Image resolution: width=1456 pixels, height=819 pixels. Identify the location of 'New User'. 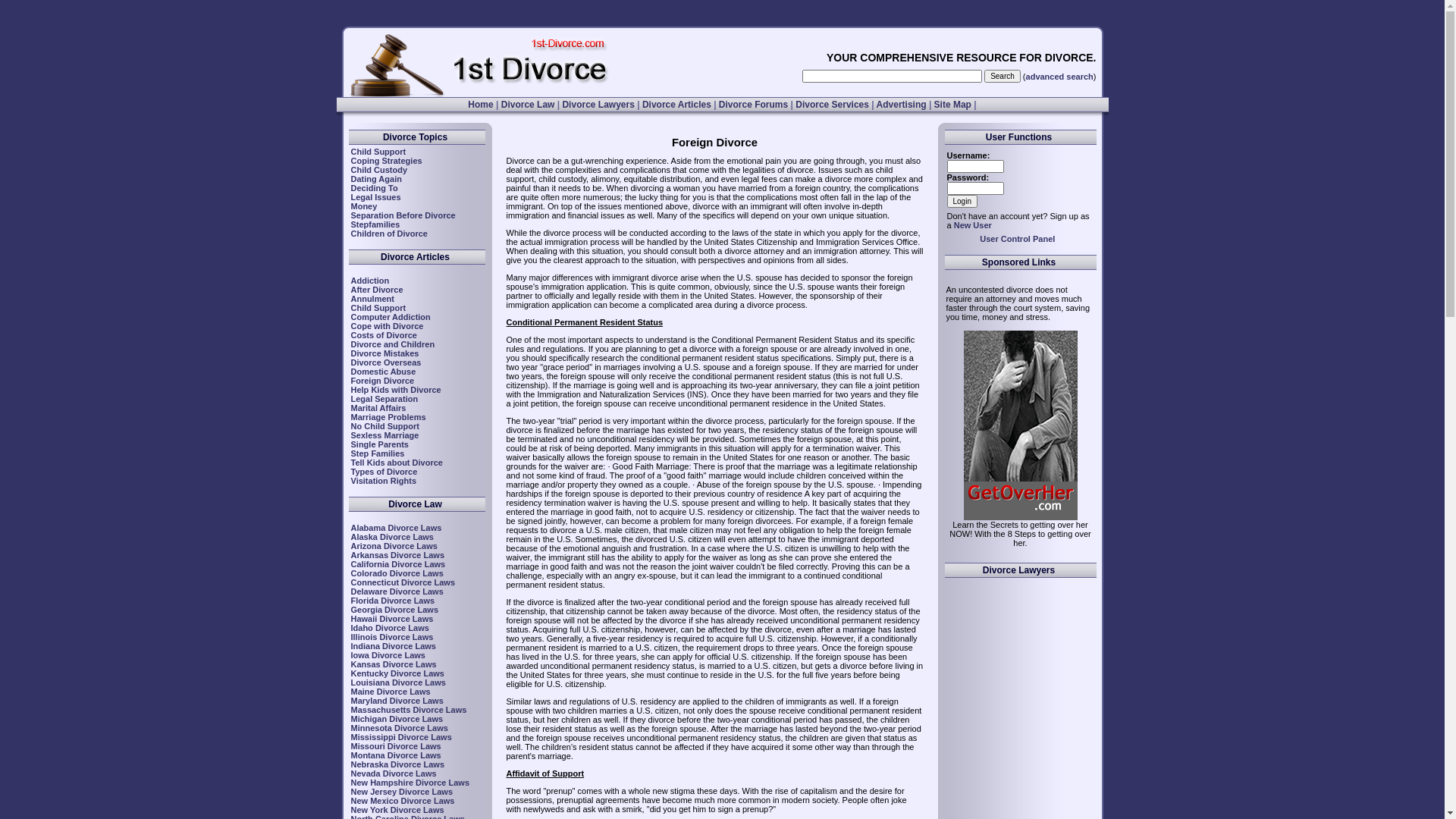
(972, 225).